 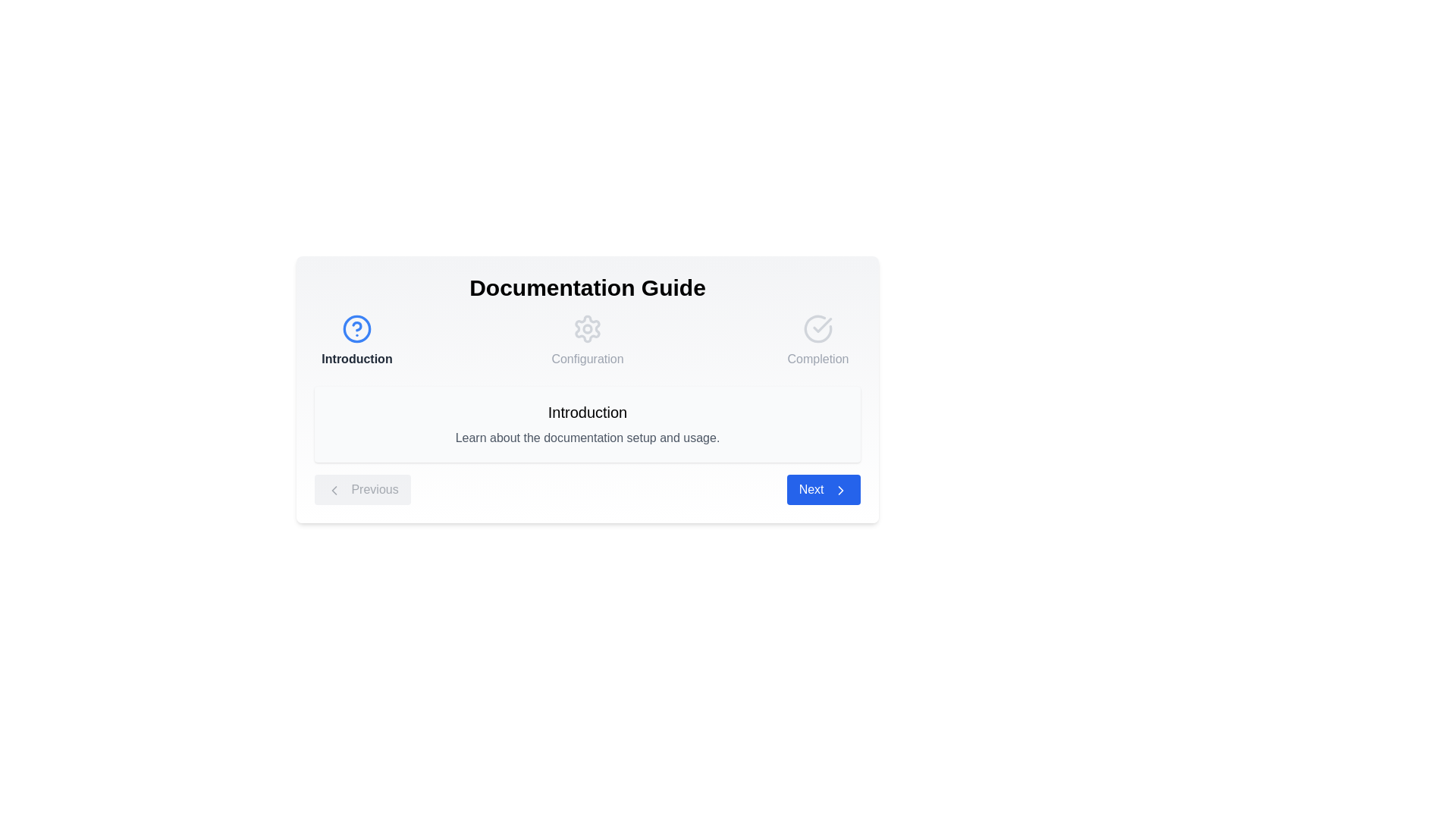 I want to click on the step icon for Configuration to navigate to that step, so click(x=586, y=328).